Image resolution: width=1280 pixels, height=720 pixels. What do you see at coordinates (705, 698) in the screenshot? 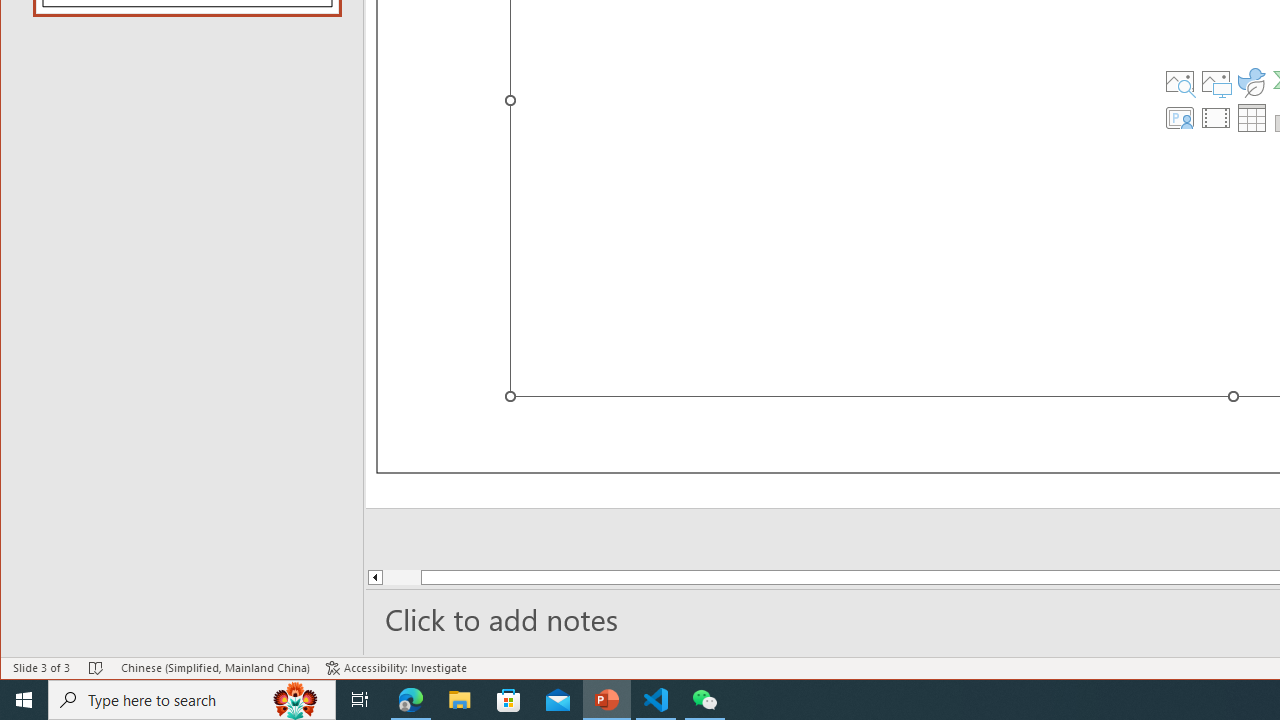
I see `'WeChat - 1 running window'` at bounding box center [705, 698].